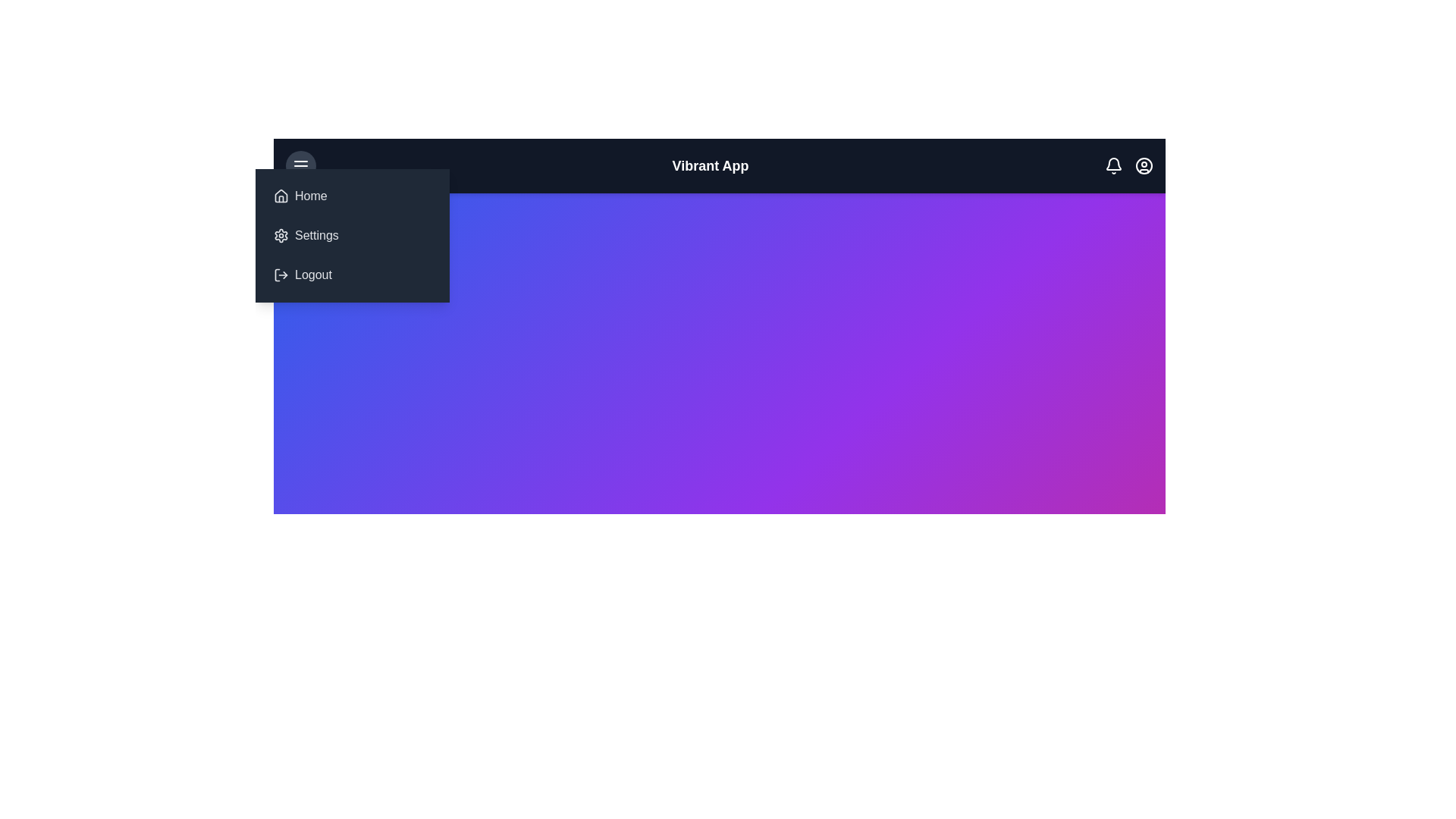 The height and width of the screenshot is (819, 1456). What do you see at coordinates (352, 275) in the screenshot?
I see `the 'Logout' menu item in the expanded menu` at bounding box center [352, 275].